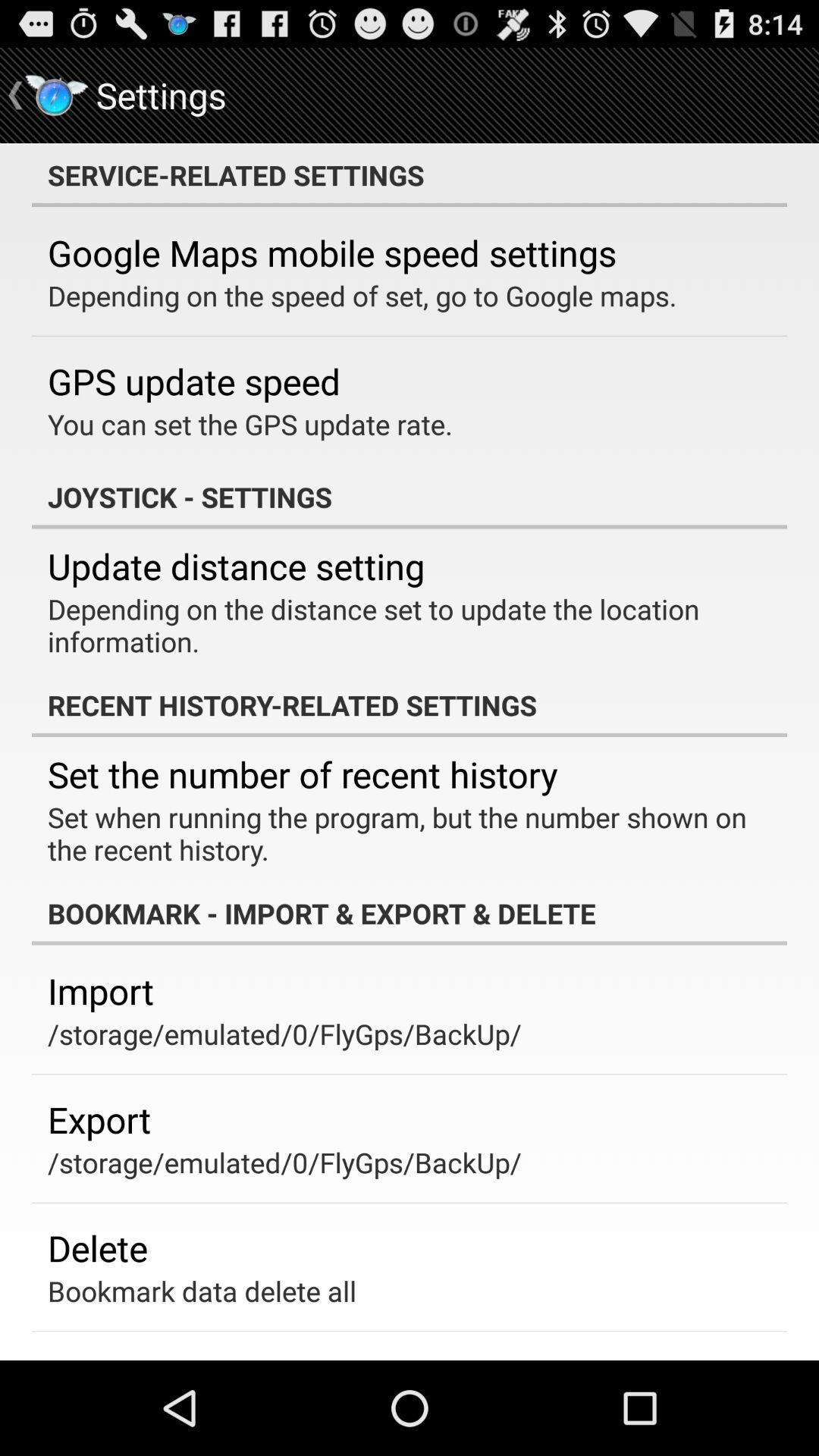 The image size is (819, 1456). Describe the element at coordinates (249, 424) in the screenshot. I see `app below gps update speed icon` at that location.